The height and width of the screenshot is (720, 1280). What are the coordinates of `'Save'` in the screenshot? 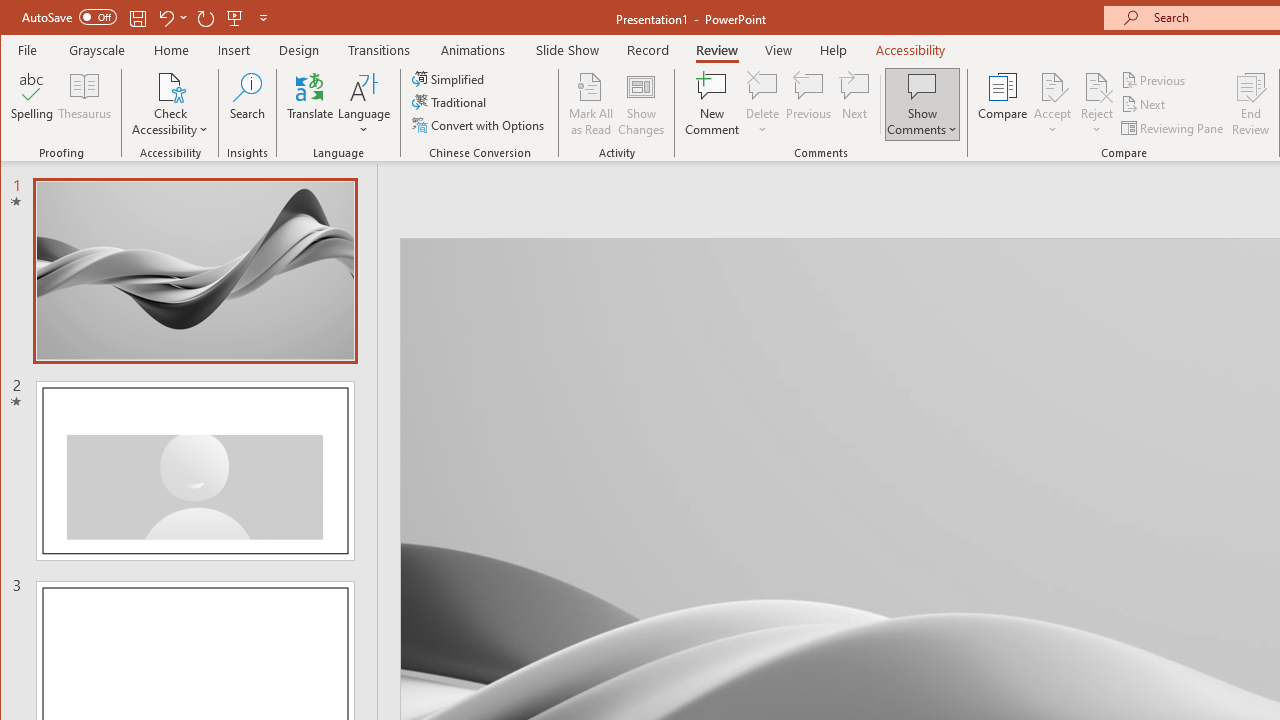 It's located at (137, 17).